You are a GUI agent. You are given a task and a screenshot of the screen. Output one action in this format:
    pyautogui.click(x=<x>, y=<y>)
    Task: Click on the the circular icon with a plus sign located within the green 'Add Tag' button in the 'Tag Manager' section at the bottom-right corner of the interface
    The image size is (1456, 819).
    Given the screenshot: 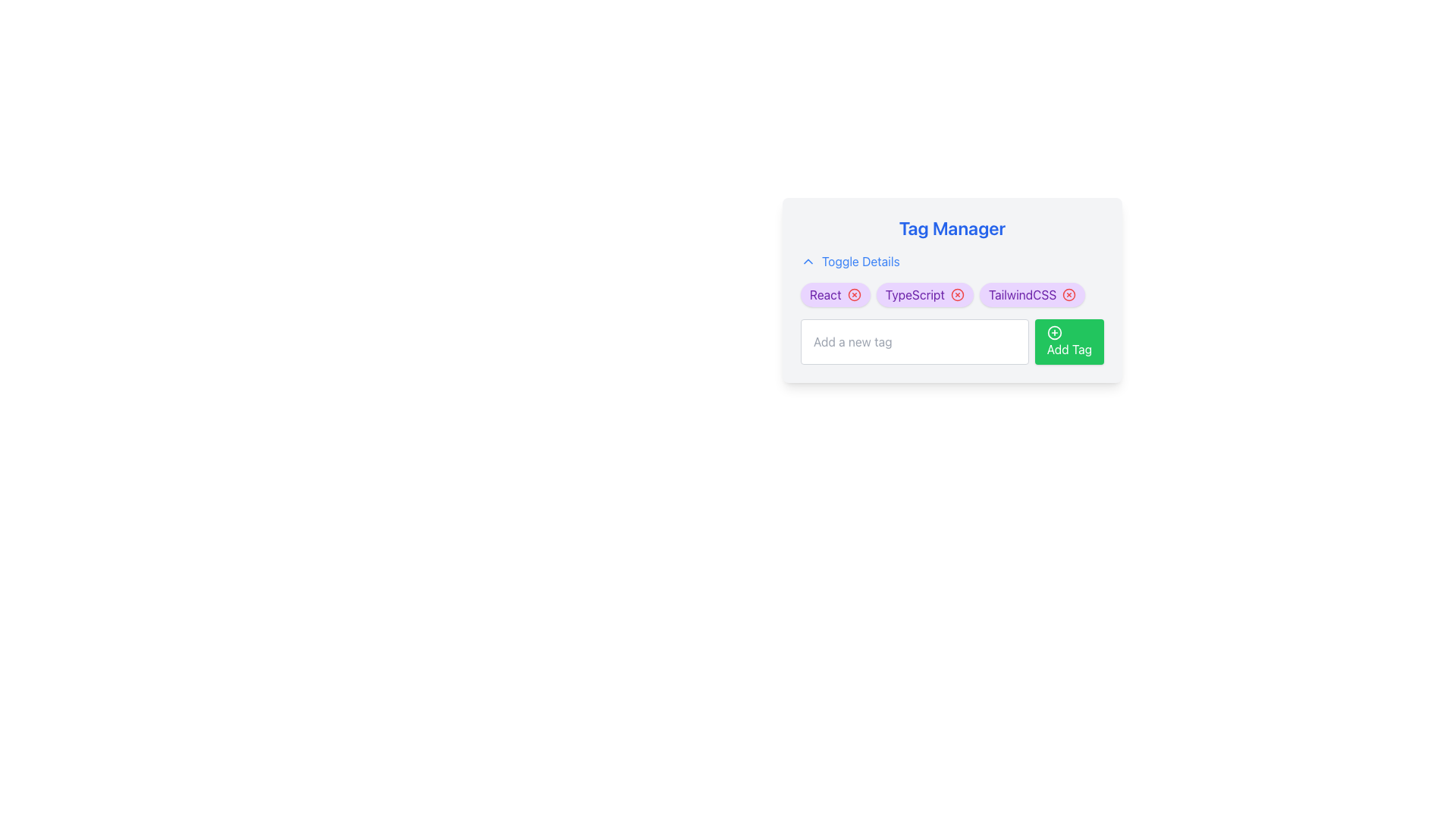 What is the action you would take?
    pyautogui.click(x=1053, y=332)
    